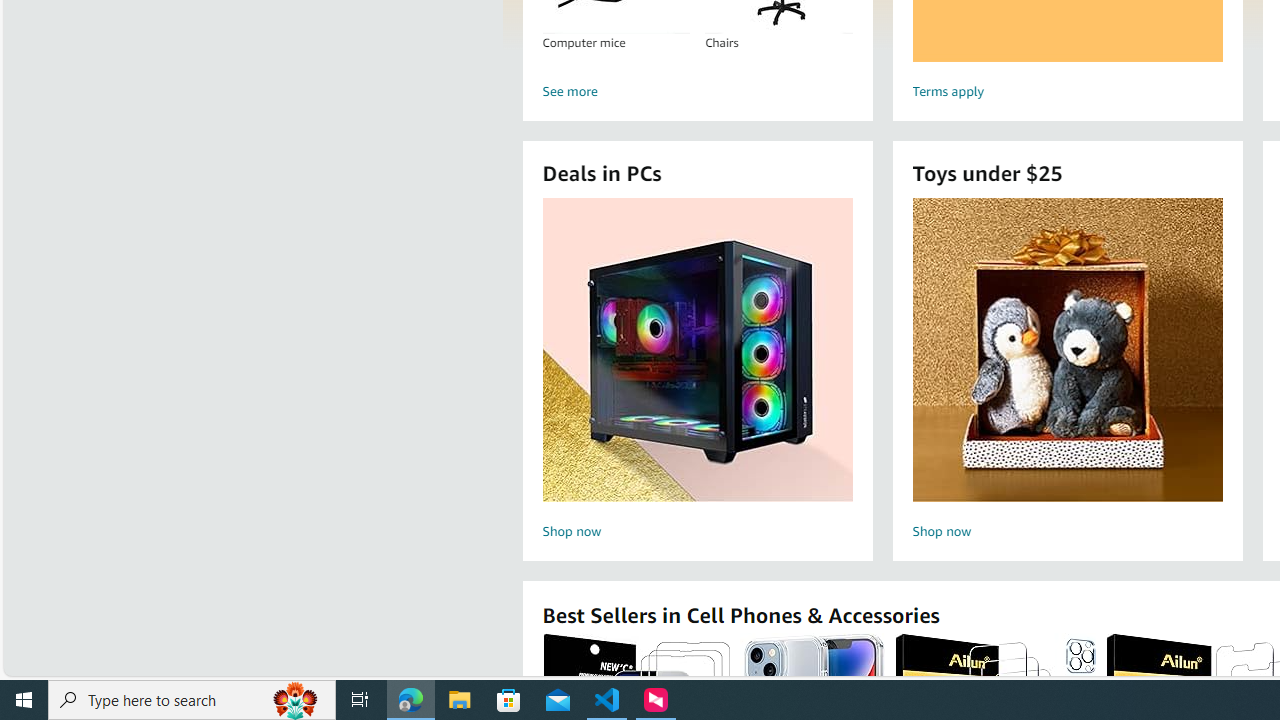  Describe the element at coordinates (697, 371) in the screenshot. I see `'Deals in PCs Shop now'` at that location.